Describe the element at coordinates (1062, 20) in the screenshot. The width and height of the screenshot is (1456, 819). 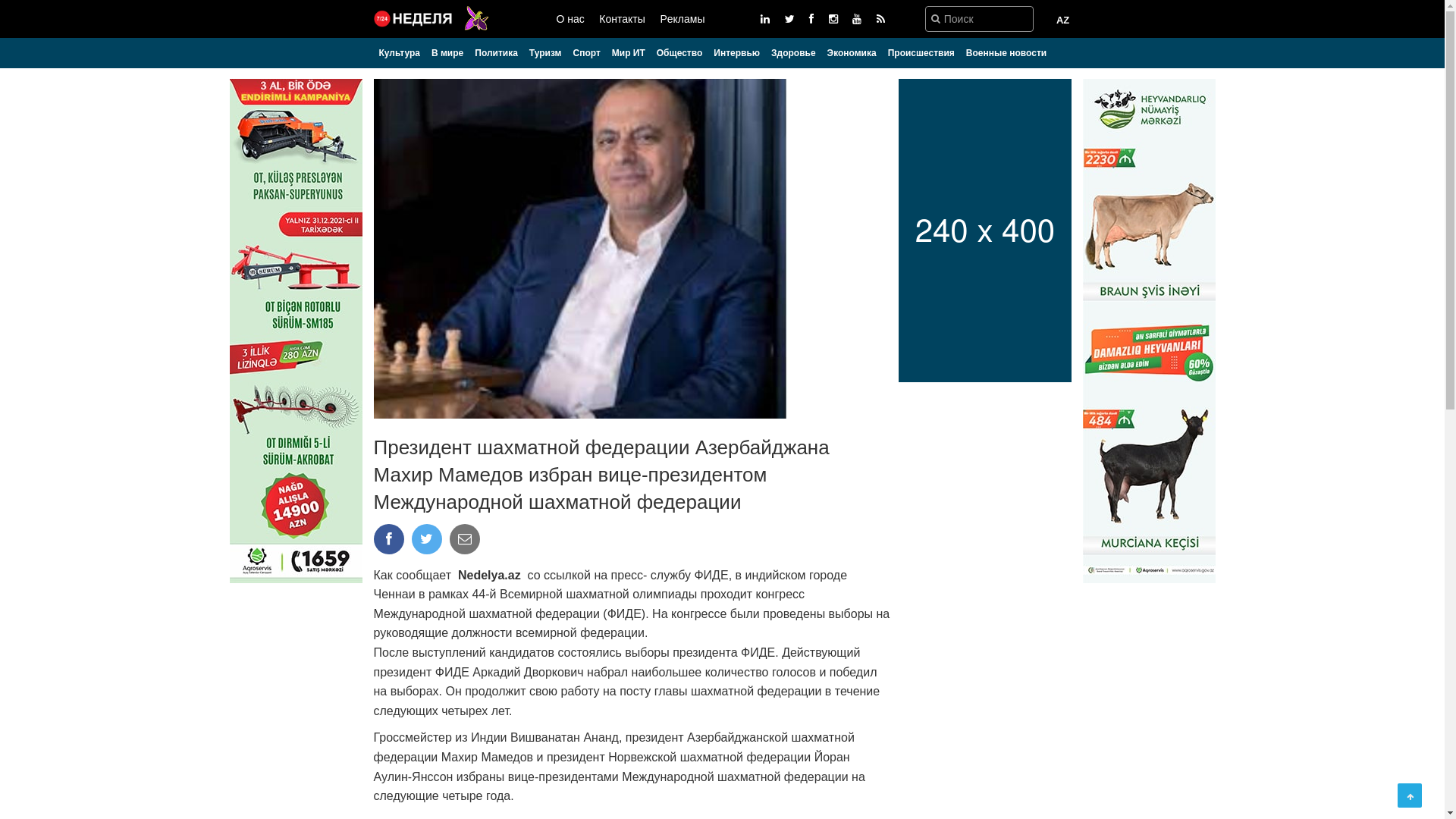
I see `'AZ'` at that location.